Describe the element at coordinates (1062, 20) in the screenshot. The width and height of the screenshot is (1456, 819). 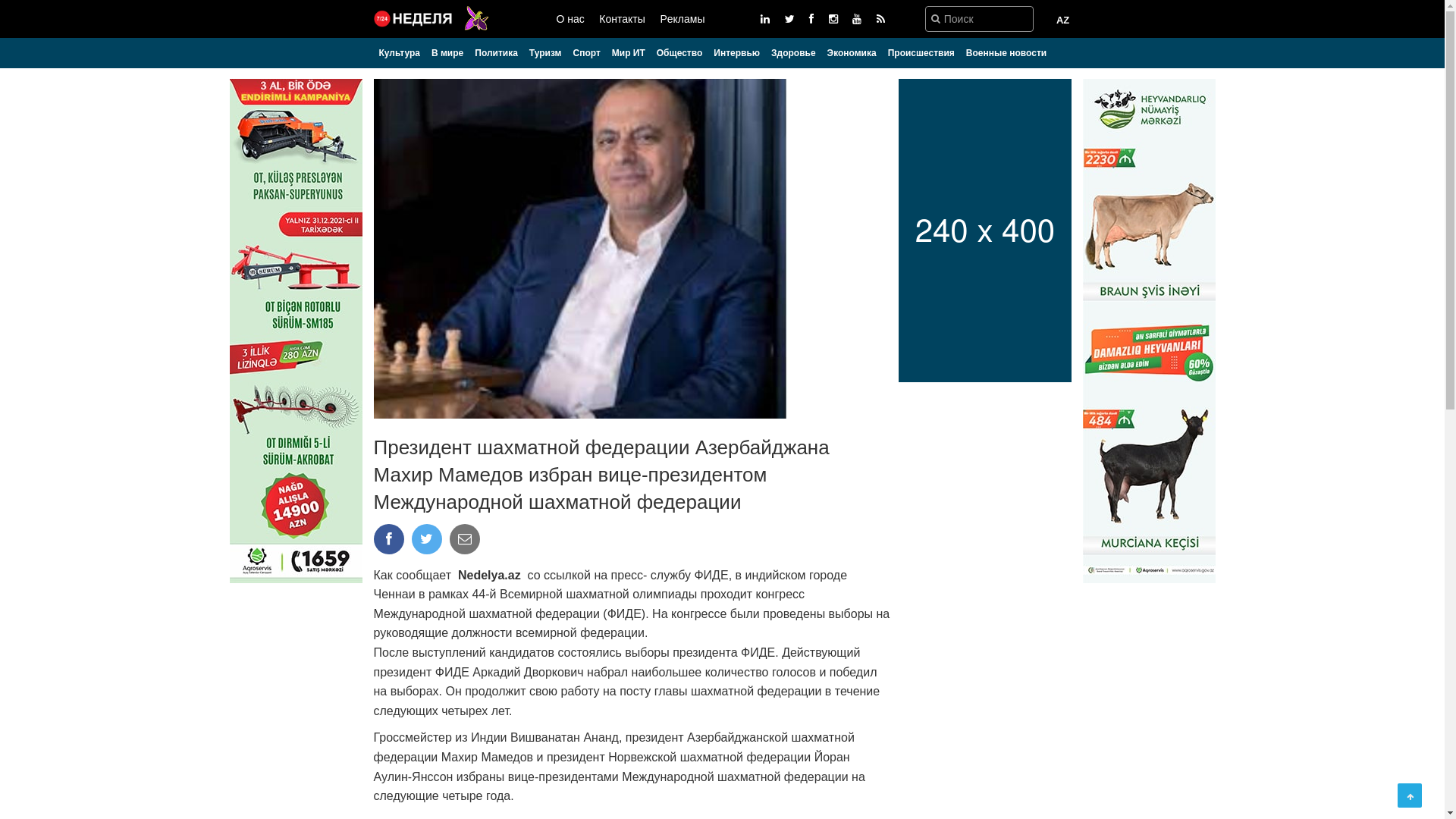
I see `'AZ'` at that location.